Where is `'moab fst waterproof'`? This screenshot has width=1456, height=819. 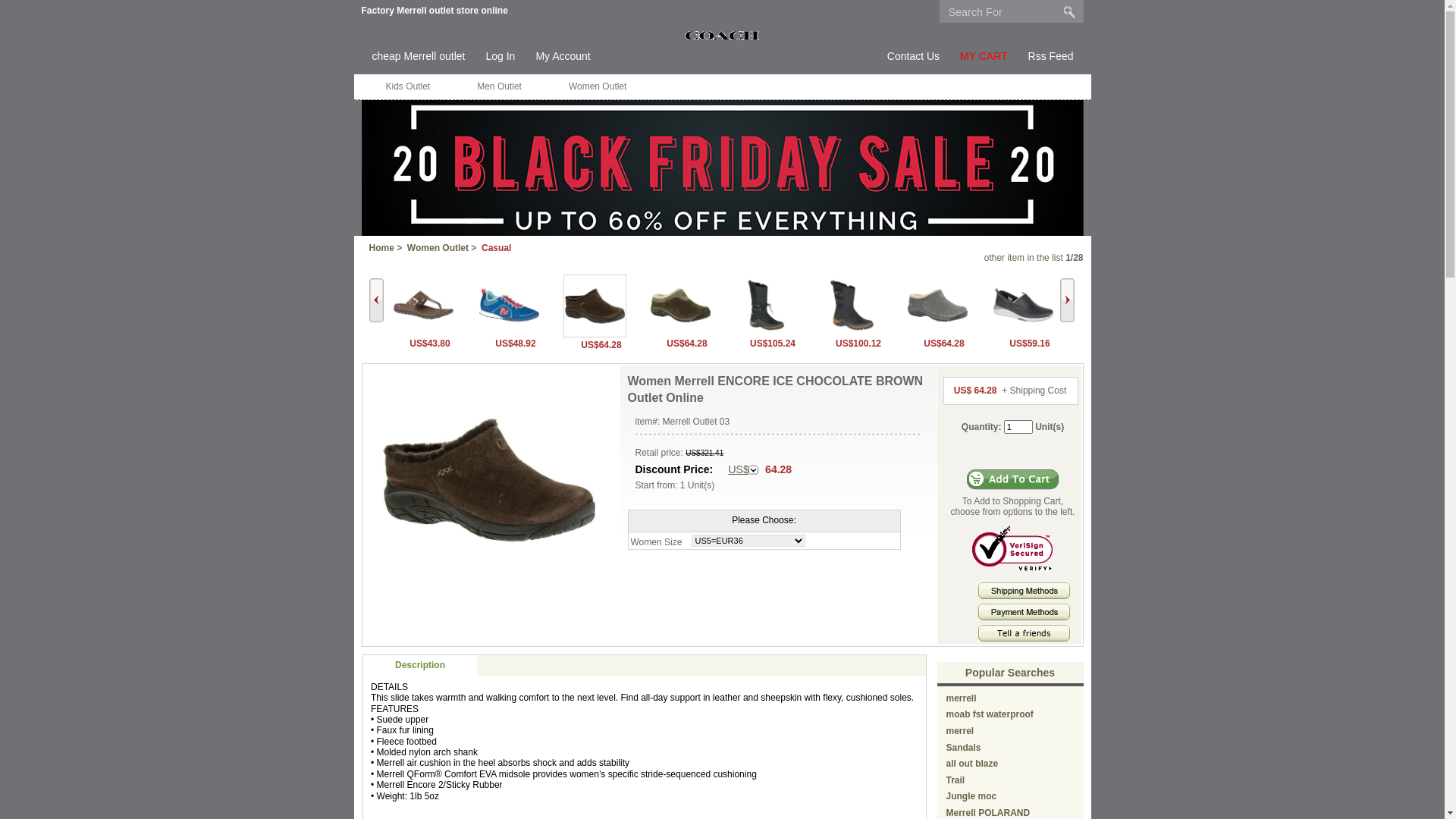 'moab fst waterproof' is located at coordinates (990, 714).